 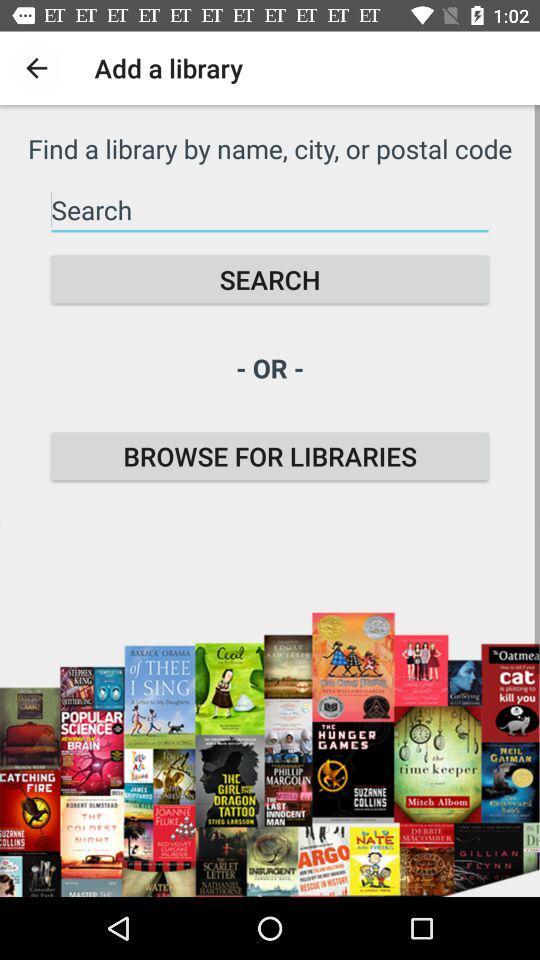 What do you see at coordinates (270, 456) in the screenshot?
I see `the browse for libraries` at bounding box center [270, 456].